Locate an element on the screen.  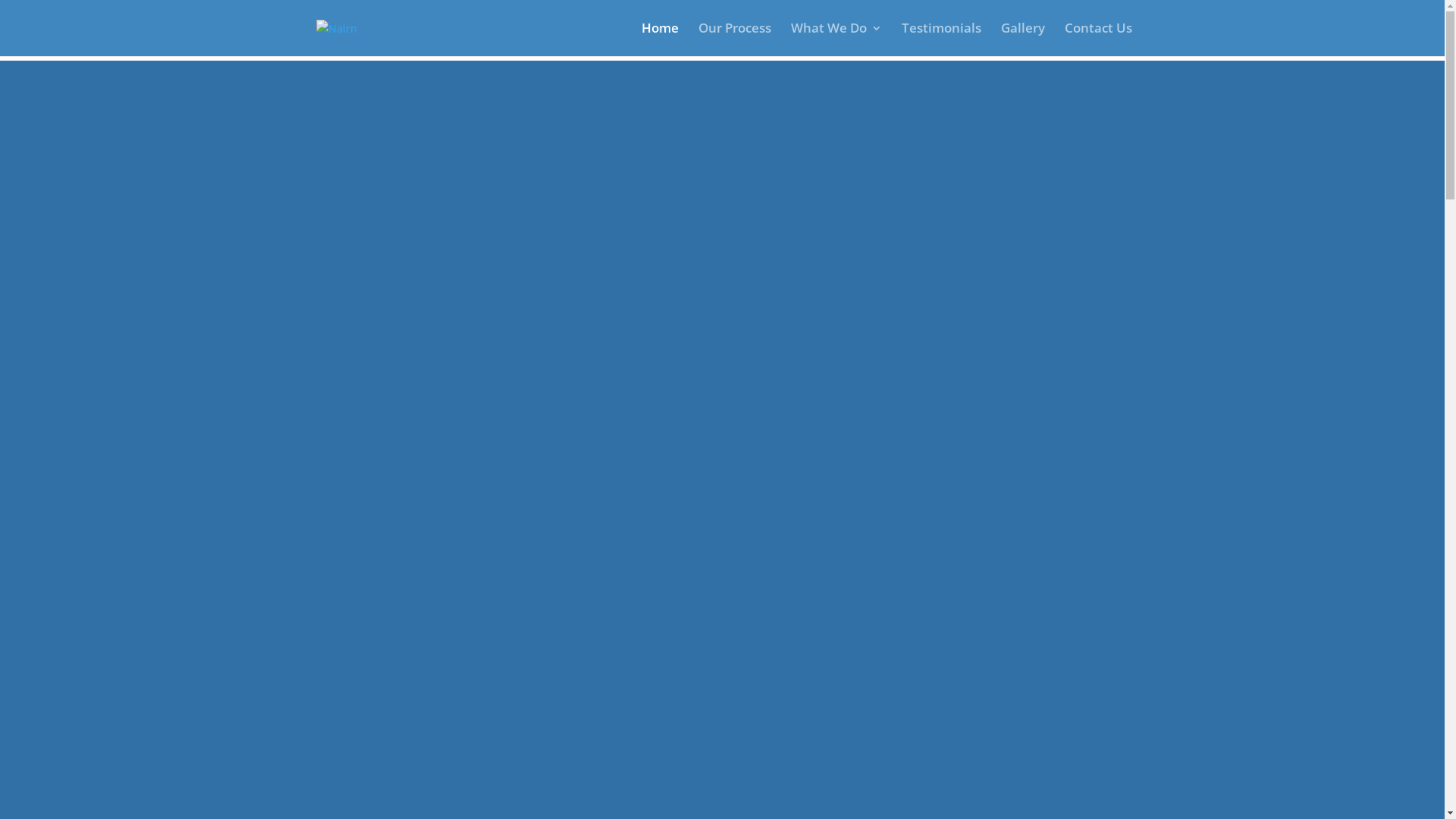
'Home' is located at coordinates (660, 38).